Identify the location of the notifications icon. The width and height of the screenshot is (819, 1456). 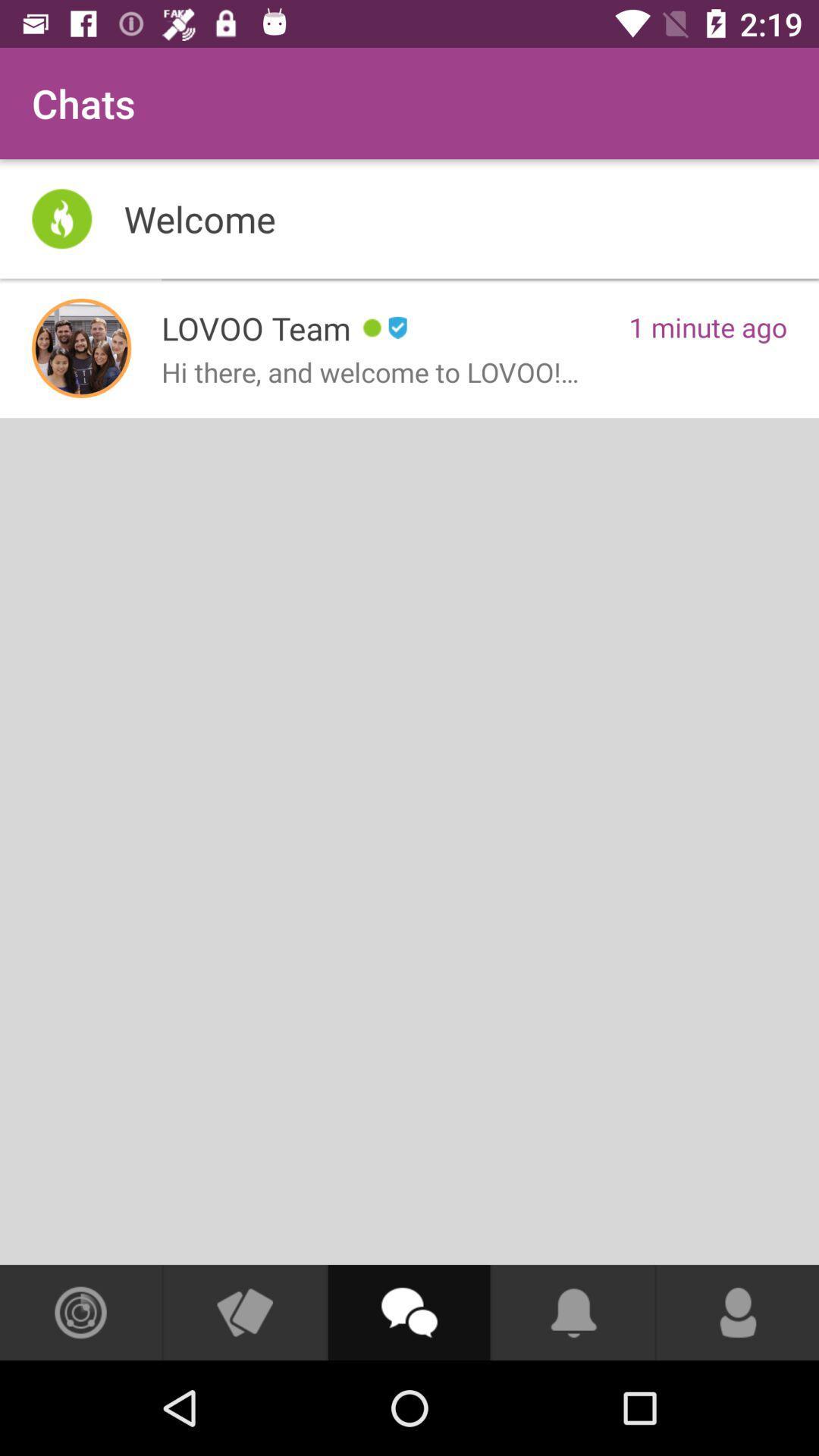
(573, 1312).